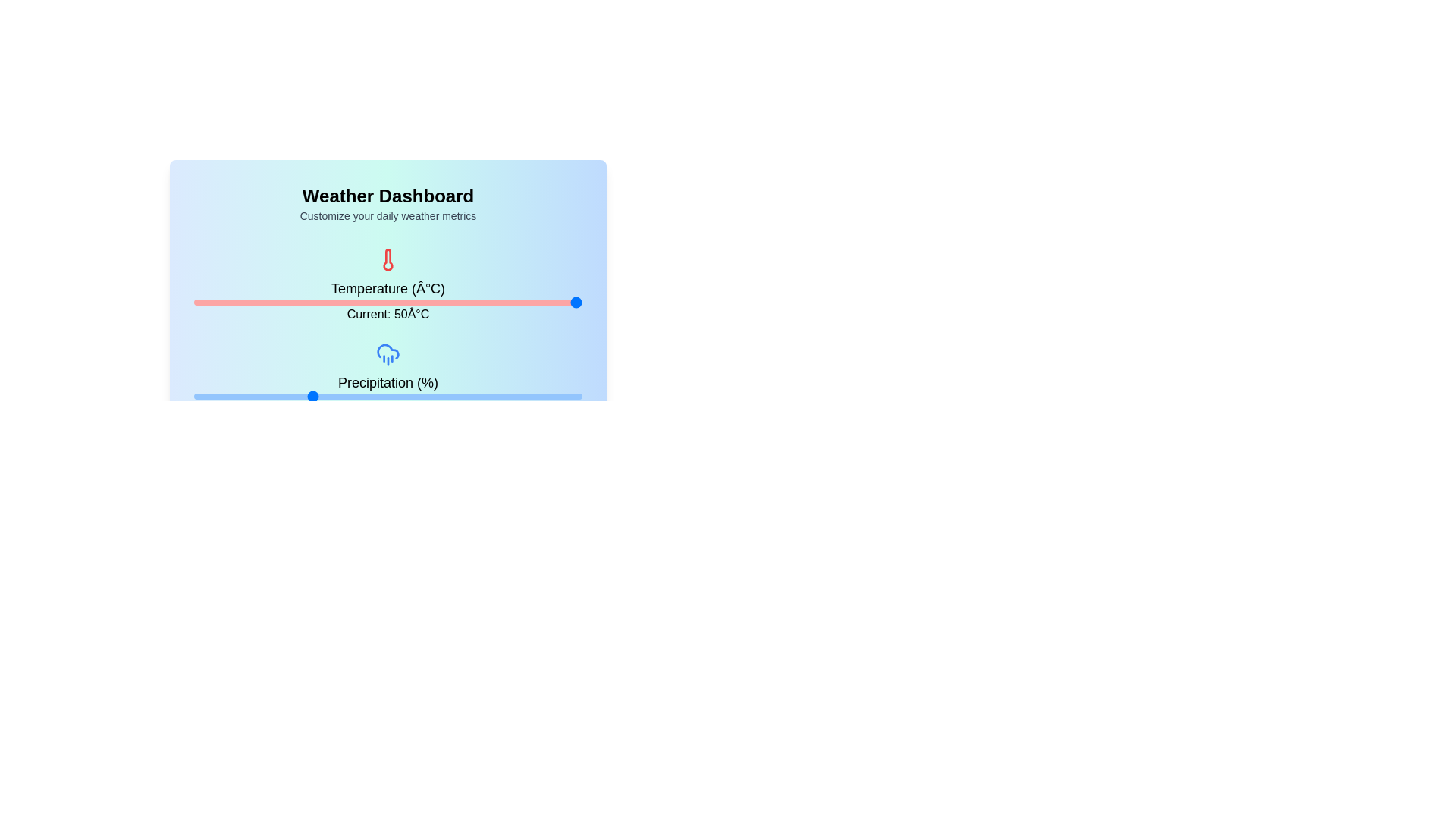 This screenshot has height=819, width=1456. What do you see at coordinates (299, 302) in the screenshot?
I see `the temperature` at bounding box center [299, 302].